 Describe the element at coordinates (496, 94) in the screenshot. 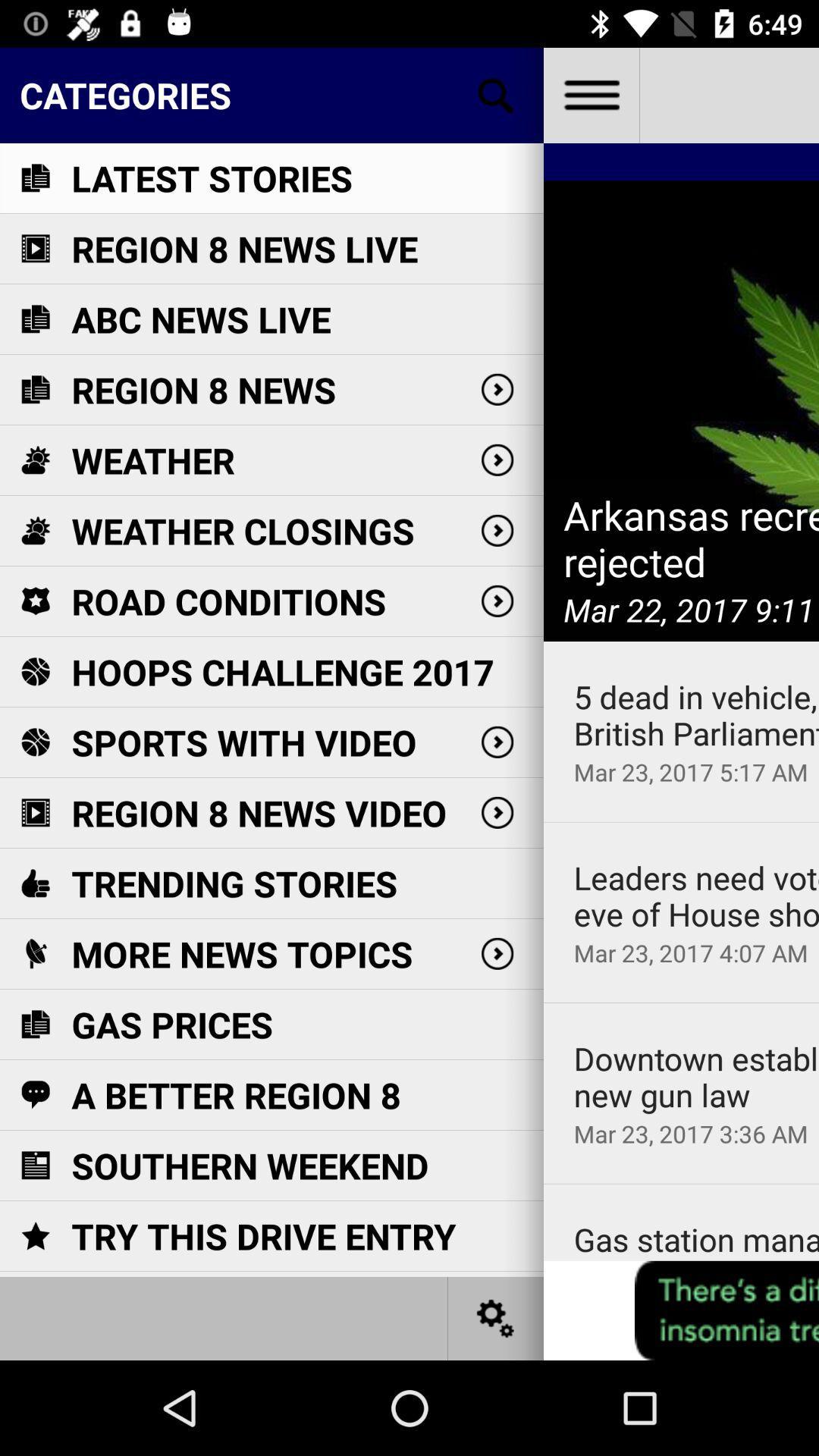

I see `the search icon` at that location.